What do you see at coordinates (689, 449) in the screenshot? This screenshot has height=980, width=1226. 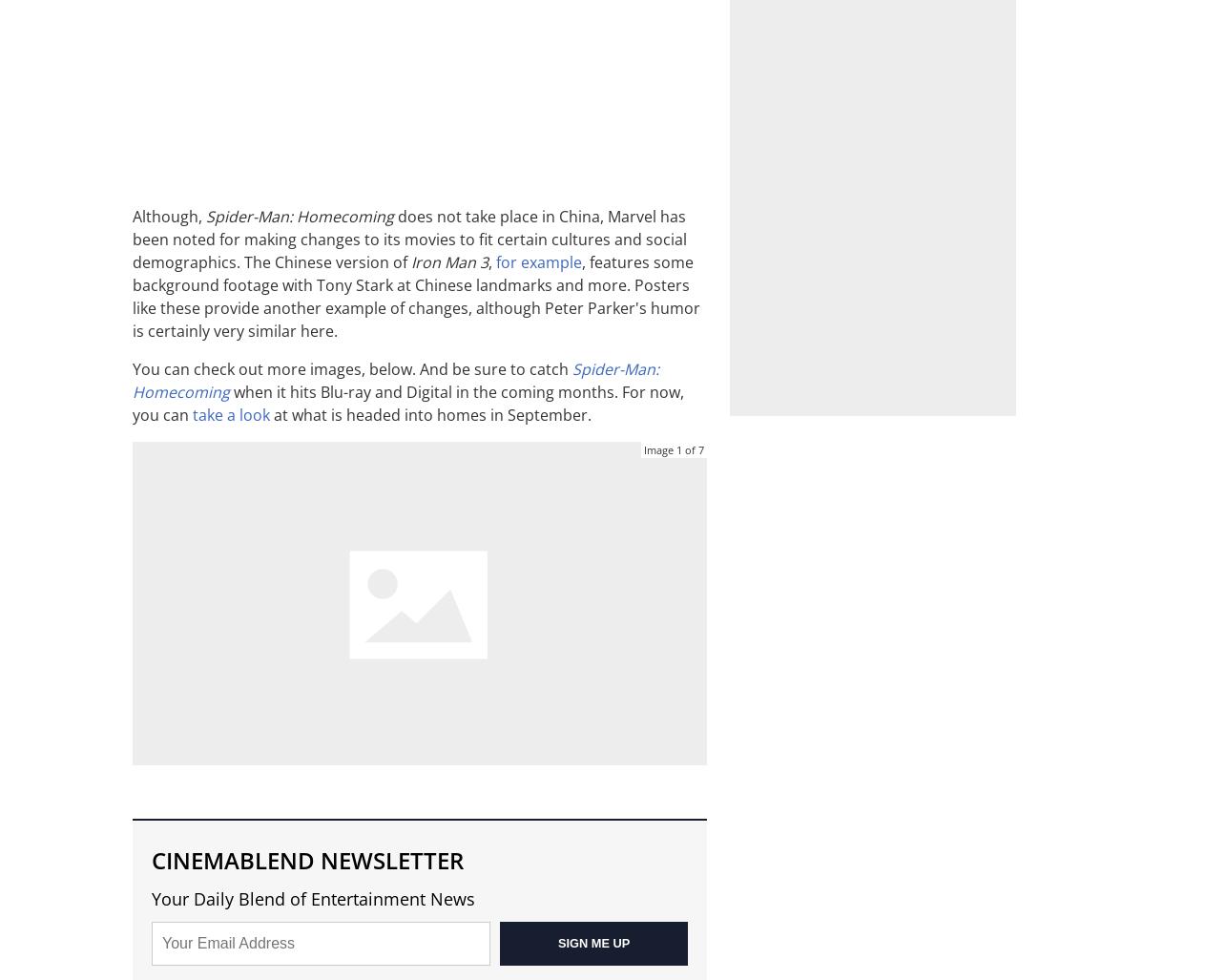 I see `'of'` at bounding box center [689, 449].